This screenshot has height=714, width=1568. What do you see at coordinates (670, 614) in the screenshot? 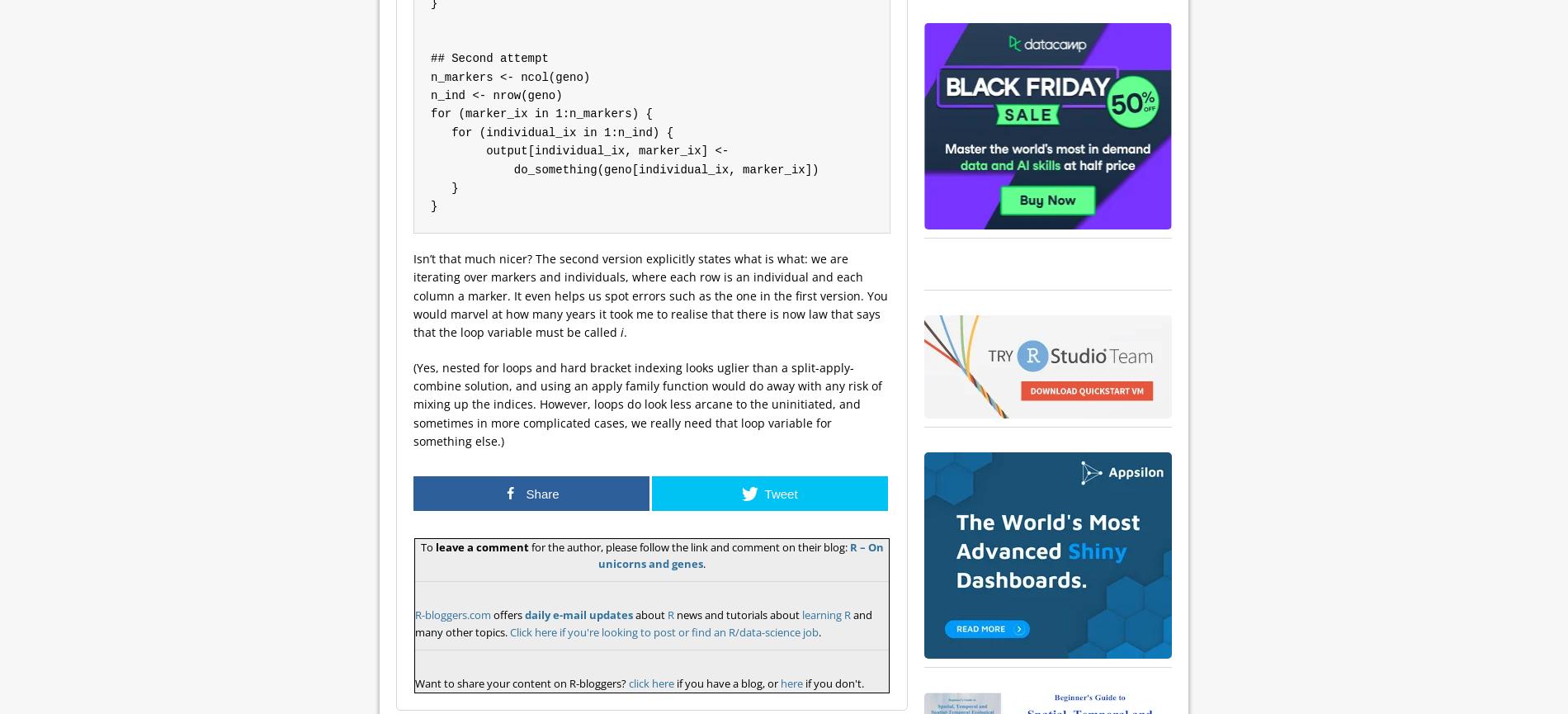
I see `'R'` at bounding box center [670, 614].